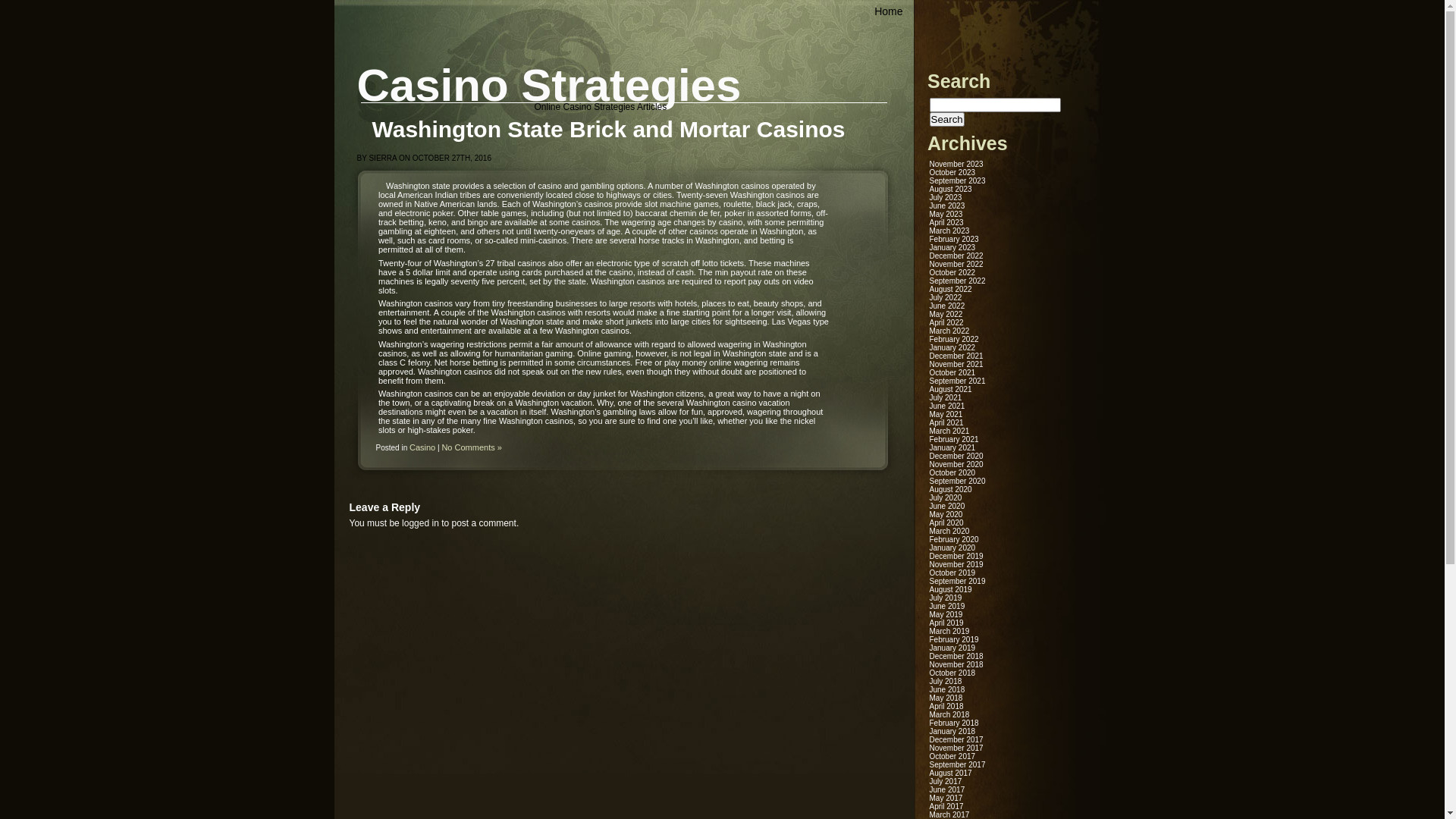 The width and height of the screenshot is (1456, 819). I want to click on 'December 2018', so click(955, 655).